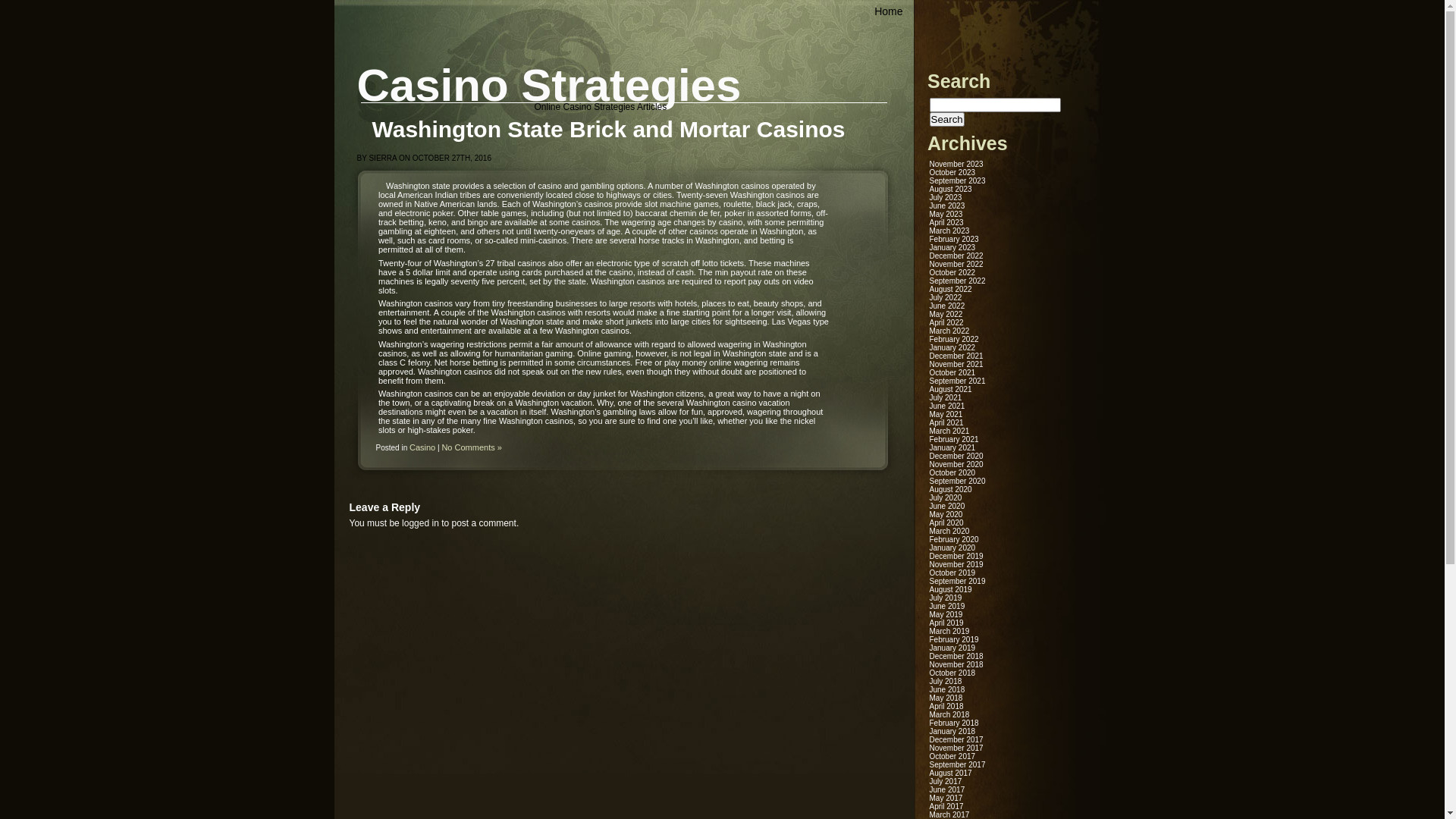 The width and height of the screenshot is (1456, 819). I want to click on 'December 2018', so click(955, 655).